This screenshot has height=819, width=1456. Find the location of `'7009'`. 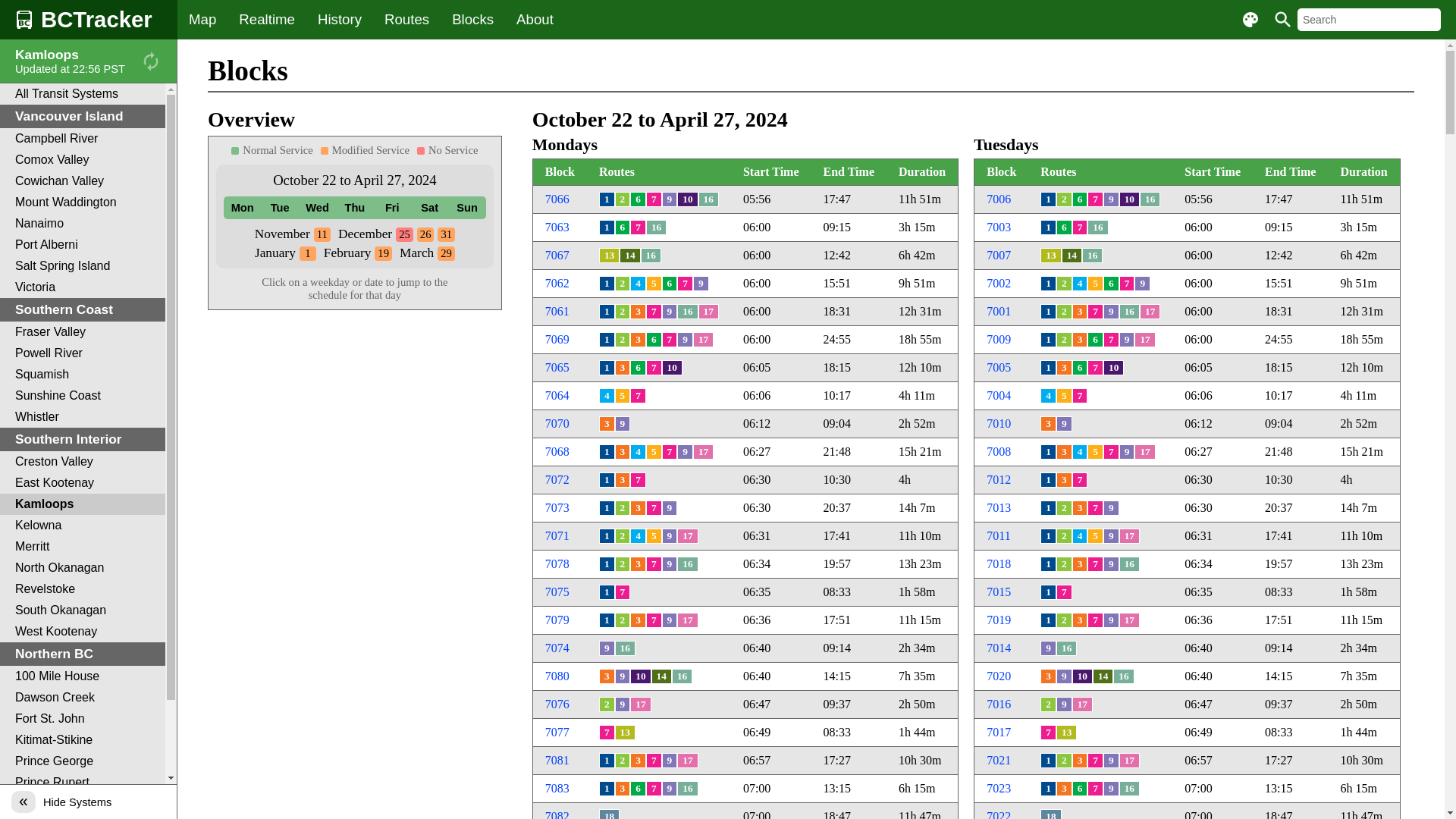

'7009' is located at coordinates (986, 338).